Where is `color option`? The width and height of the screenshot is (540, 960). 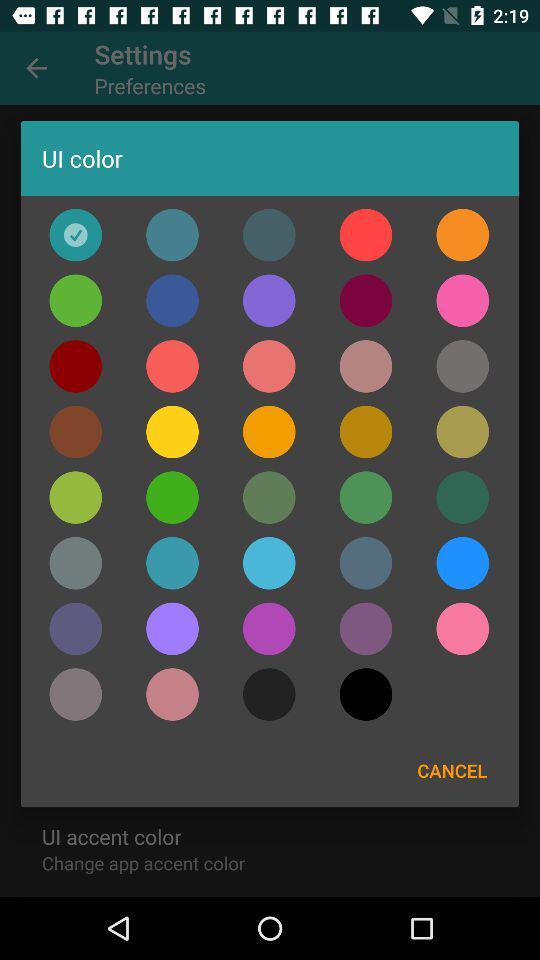 color option is located at coordinates (462, 563).